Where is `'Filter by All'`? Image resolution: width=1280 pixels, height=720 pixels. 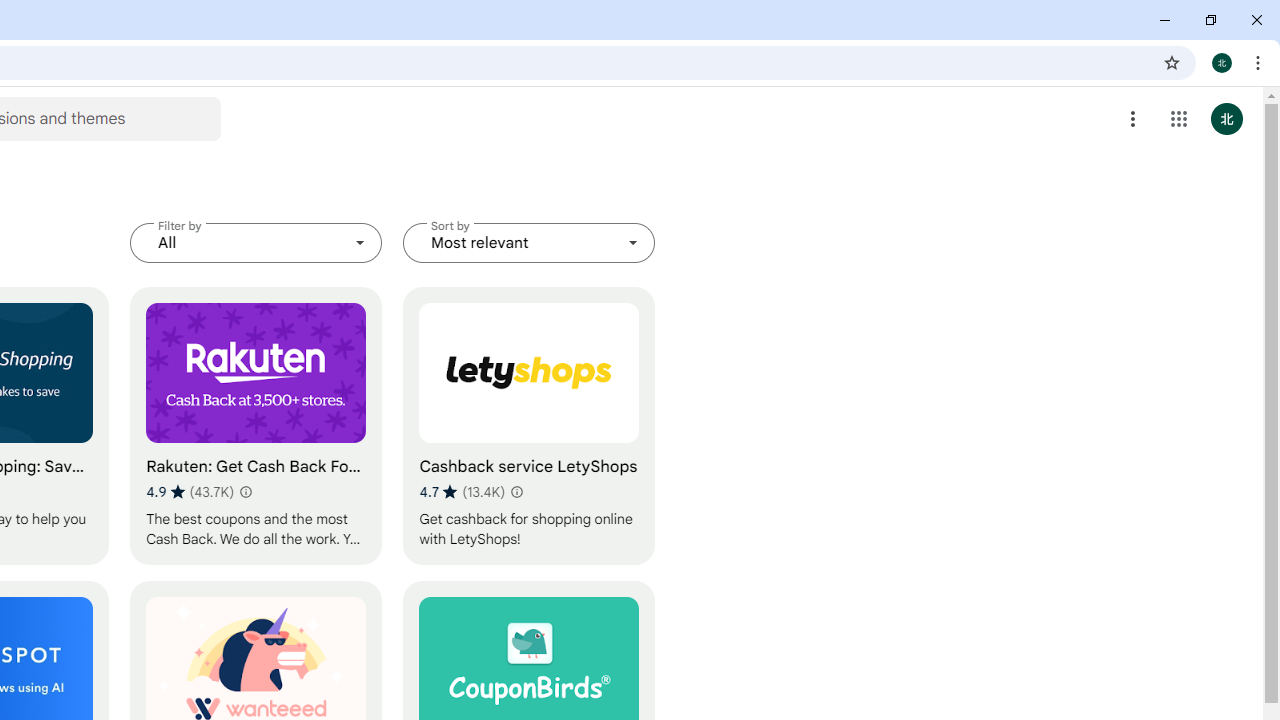 'Filter by All' is located at coordinates (255, 242).